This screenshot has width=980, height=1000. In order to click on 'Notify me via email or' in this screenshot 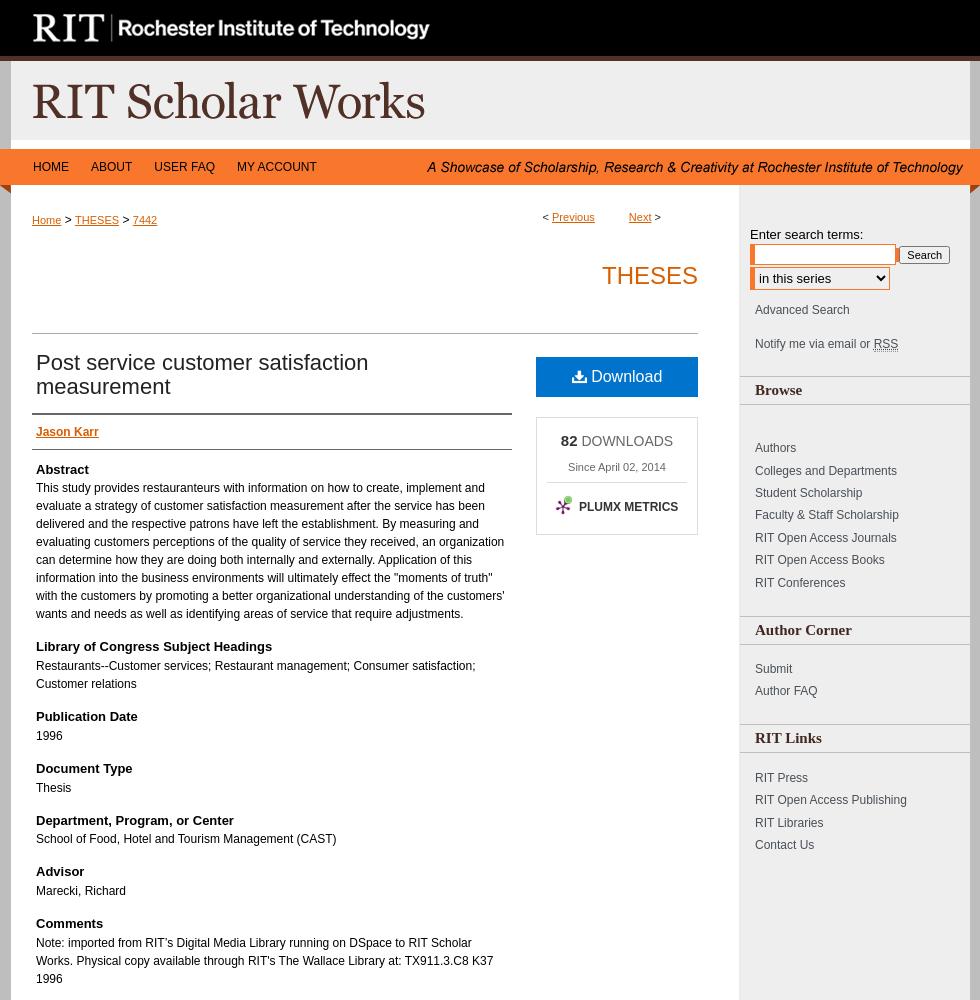, I will do `click(813, 342)`.